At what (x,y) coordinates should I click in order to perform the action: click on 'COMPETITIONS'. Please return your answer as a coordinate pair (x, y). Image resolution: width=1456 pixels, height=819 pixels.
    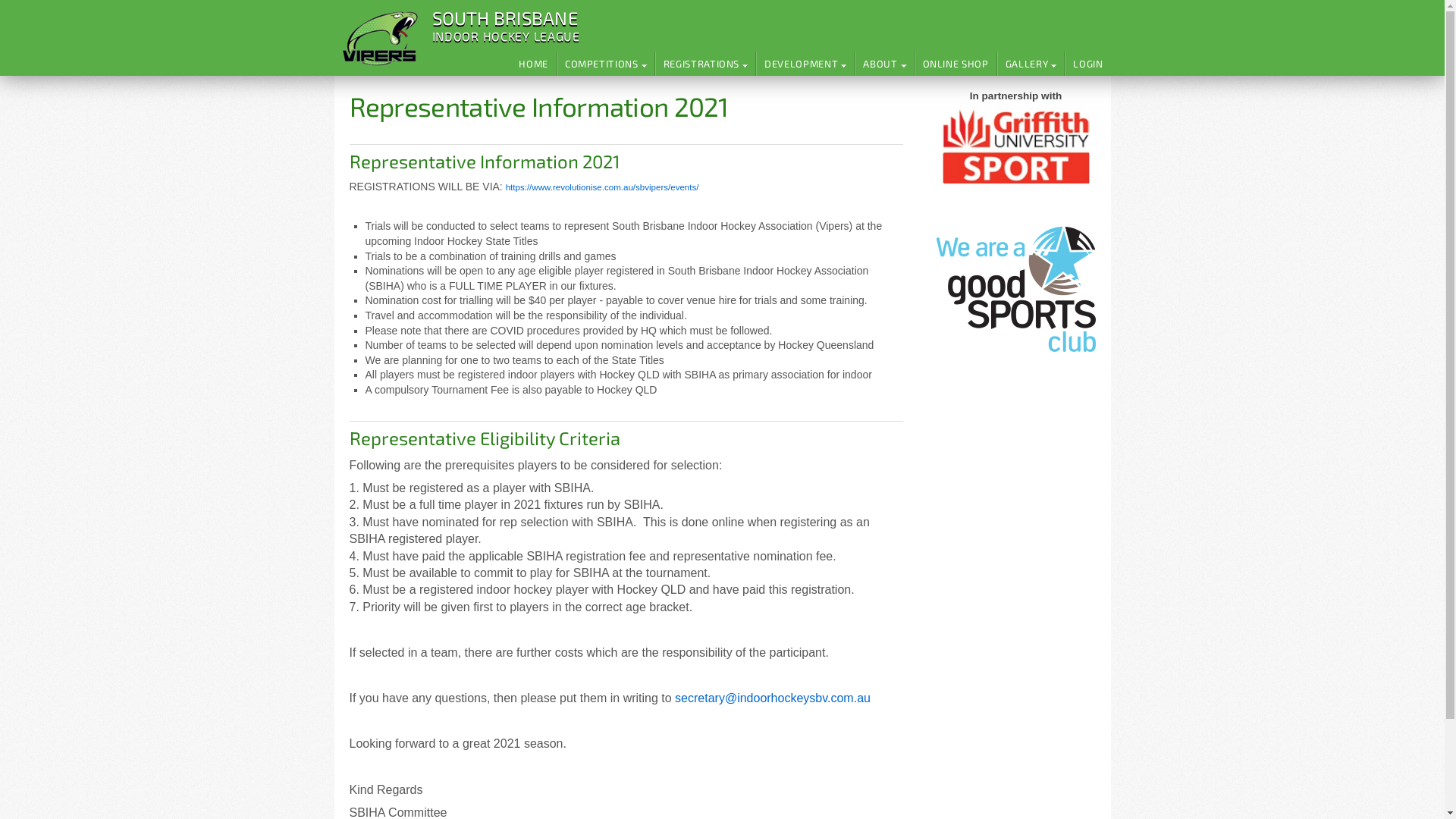
    Looking at the image, I should click on (604, 63).